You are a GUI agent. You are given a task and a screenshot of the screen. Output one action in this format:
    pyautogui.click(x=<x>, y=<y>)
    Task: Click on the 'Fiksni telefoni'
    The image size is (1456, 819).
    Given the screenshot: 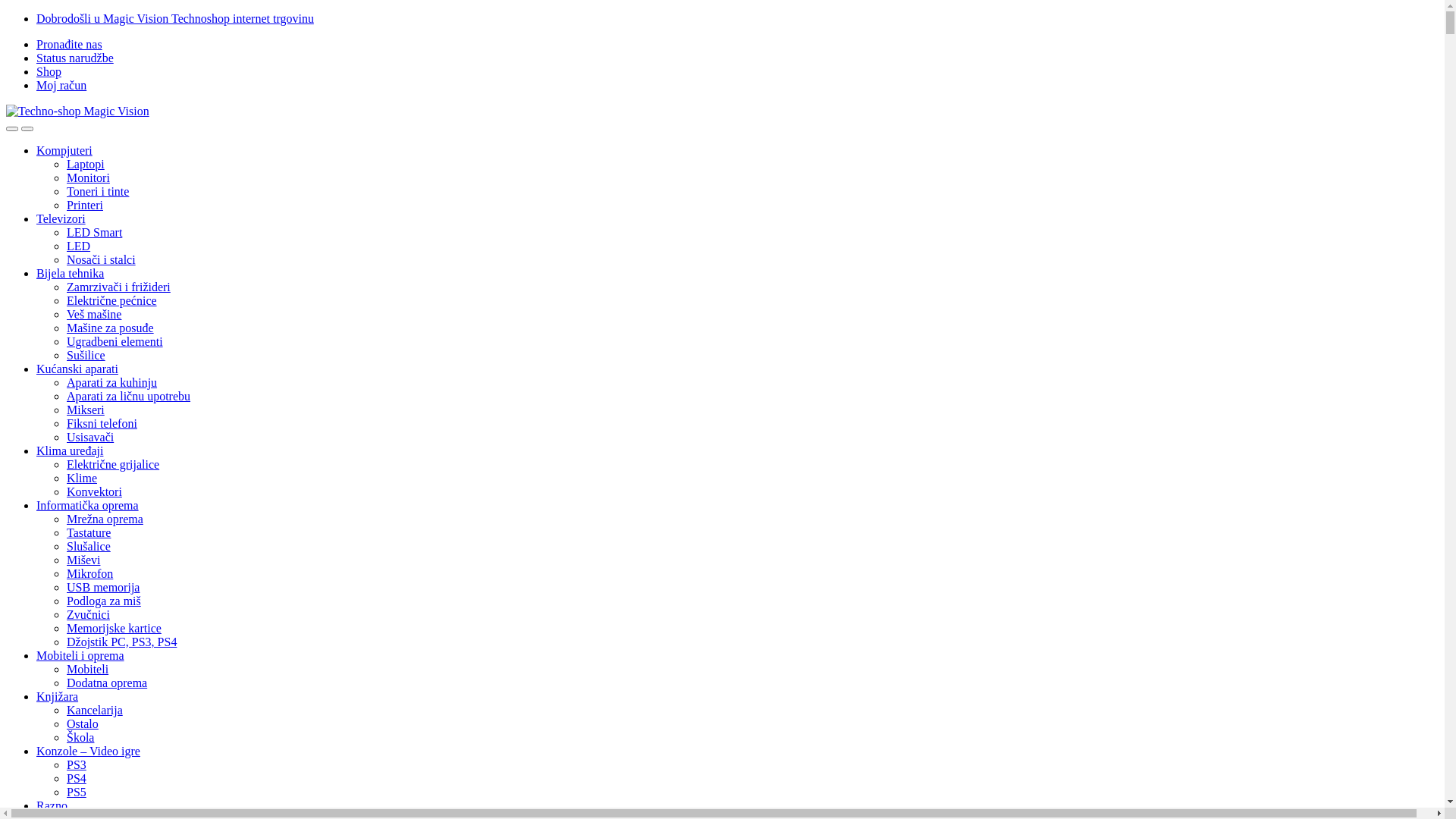 What is the action you would take?
    pyautogui.click(x=65, y=423)
    